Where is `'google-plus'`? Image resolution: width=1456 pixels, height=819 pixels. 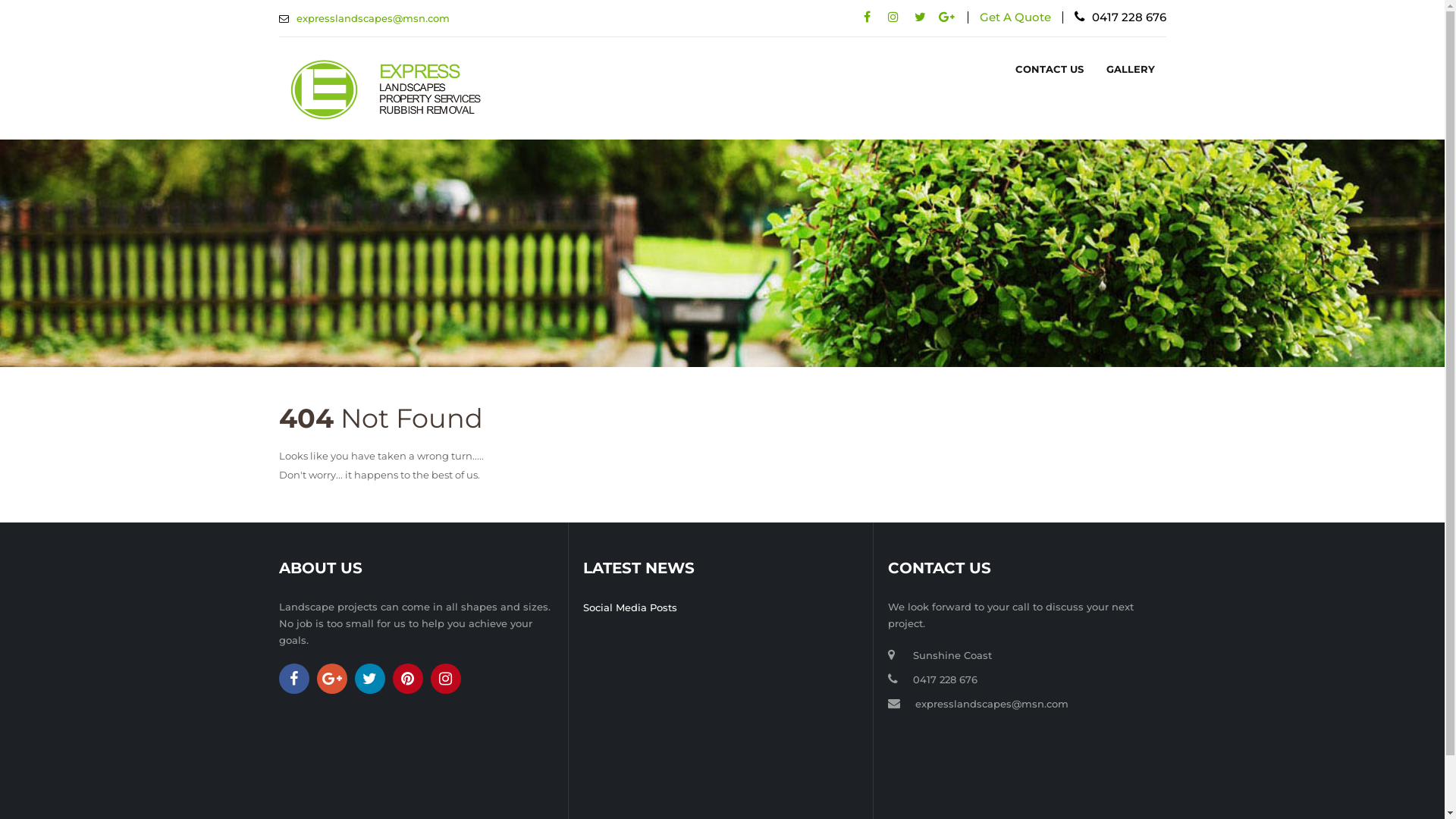 'google-plus' is located at coordinates (331, 677).